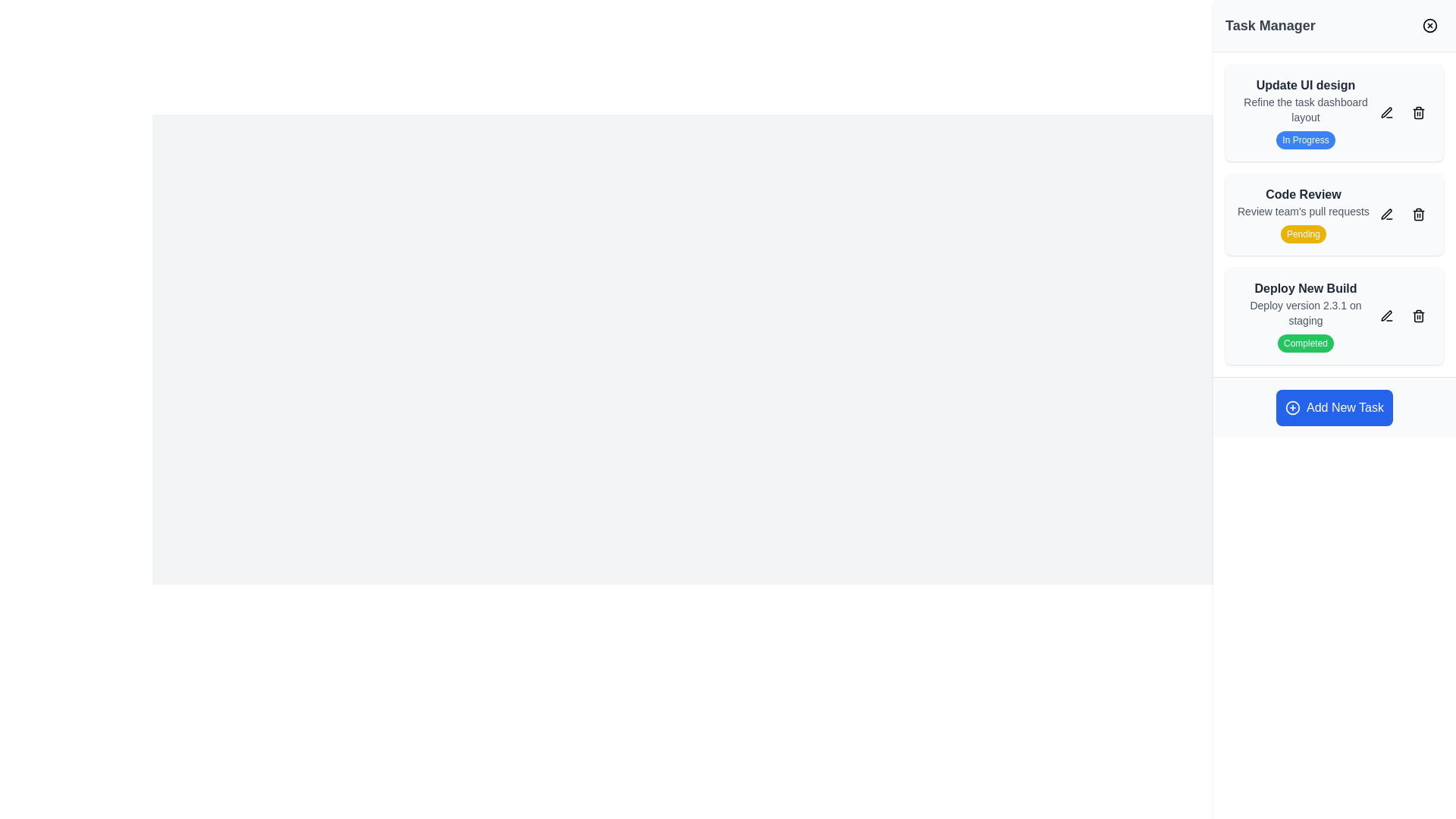  Describe the element at coordinates (1418, 315) in the screenshot. I see `the trash can icon representing the delete functionality located at the far right of the 'Deploy New Build' task card in the Task Manager panel` at that location.